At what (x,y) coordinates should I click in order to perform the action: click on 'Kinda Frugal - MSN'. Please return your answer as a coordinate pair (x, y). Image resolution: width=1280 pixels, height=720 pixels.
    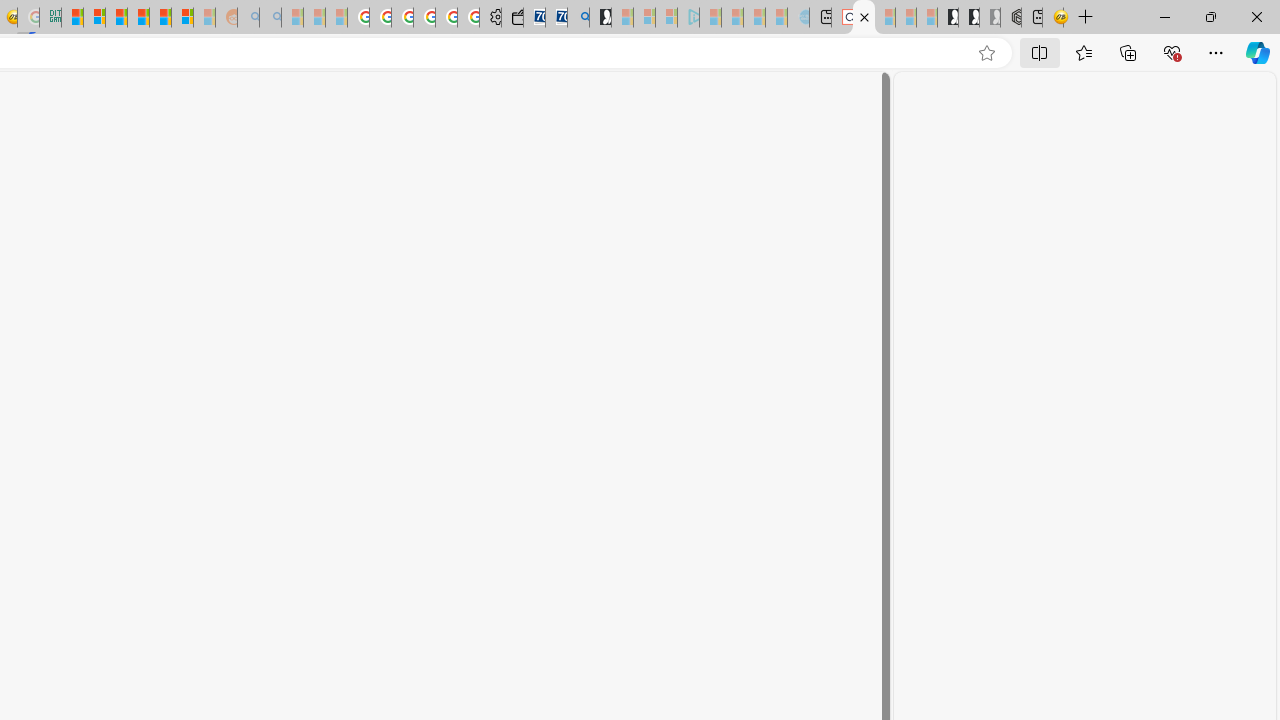
    Looking at the image, I should click on (160, 17).